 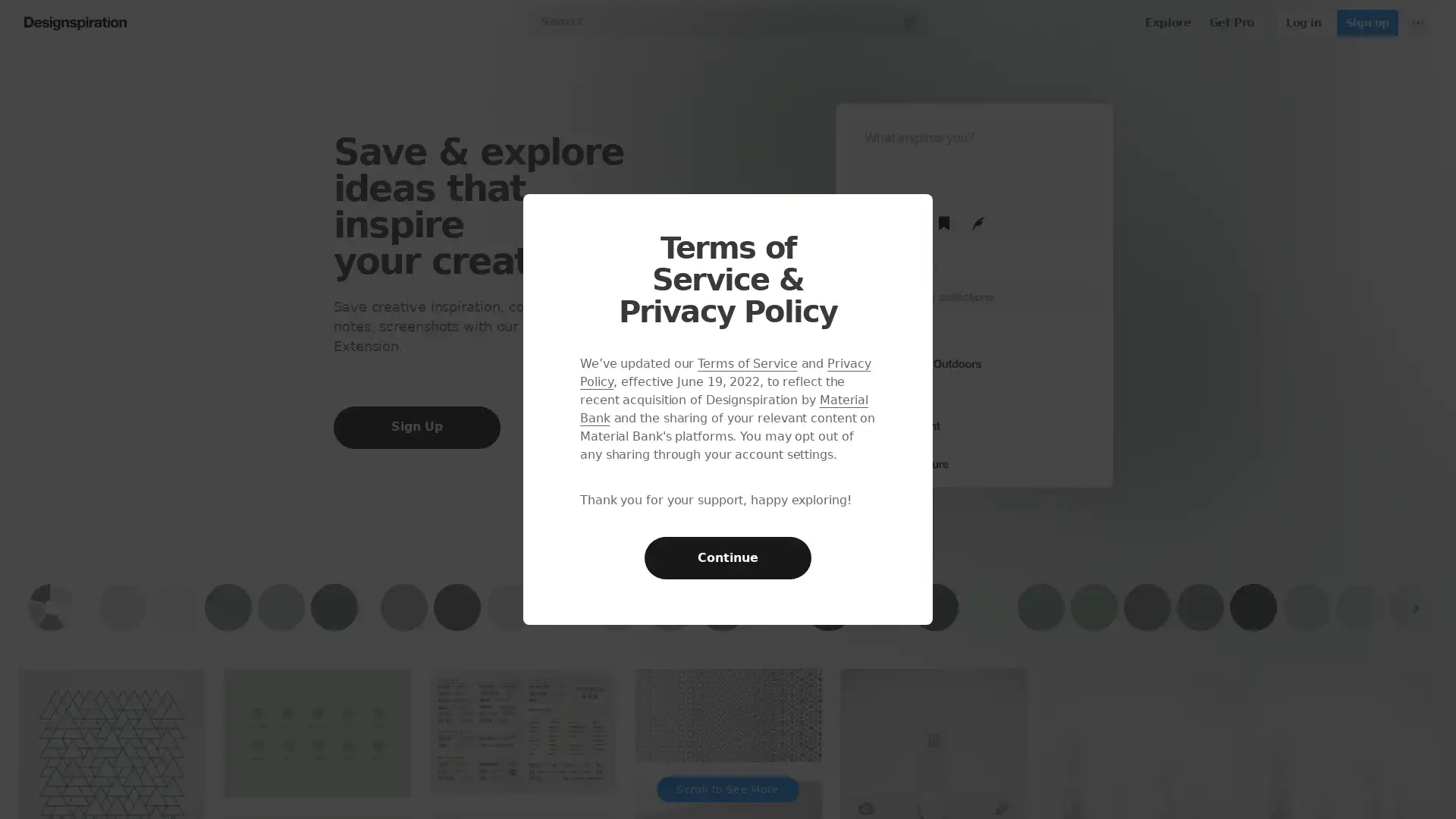 What do you see at coordinates (728, 558) in the screenshot?
I see `Continue` at bounding box center [728, 558].